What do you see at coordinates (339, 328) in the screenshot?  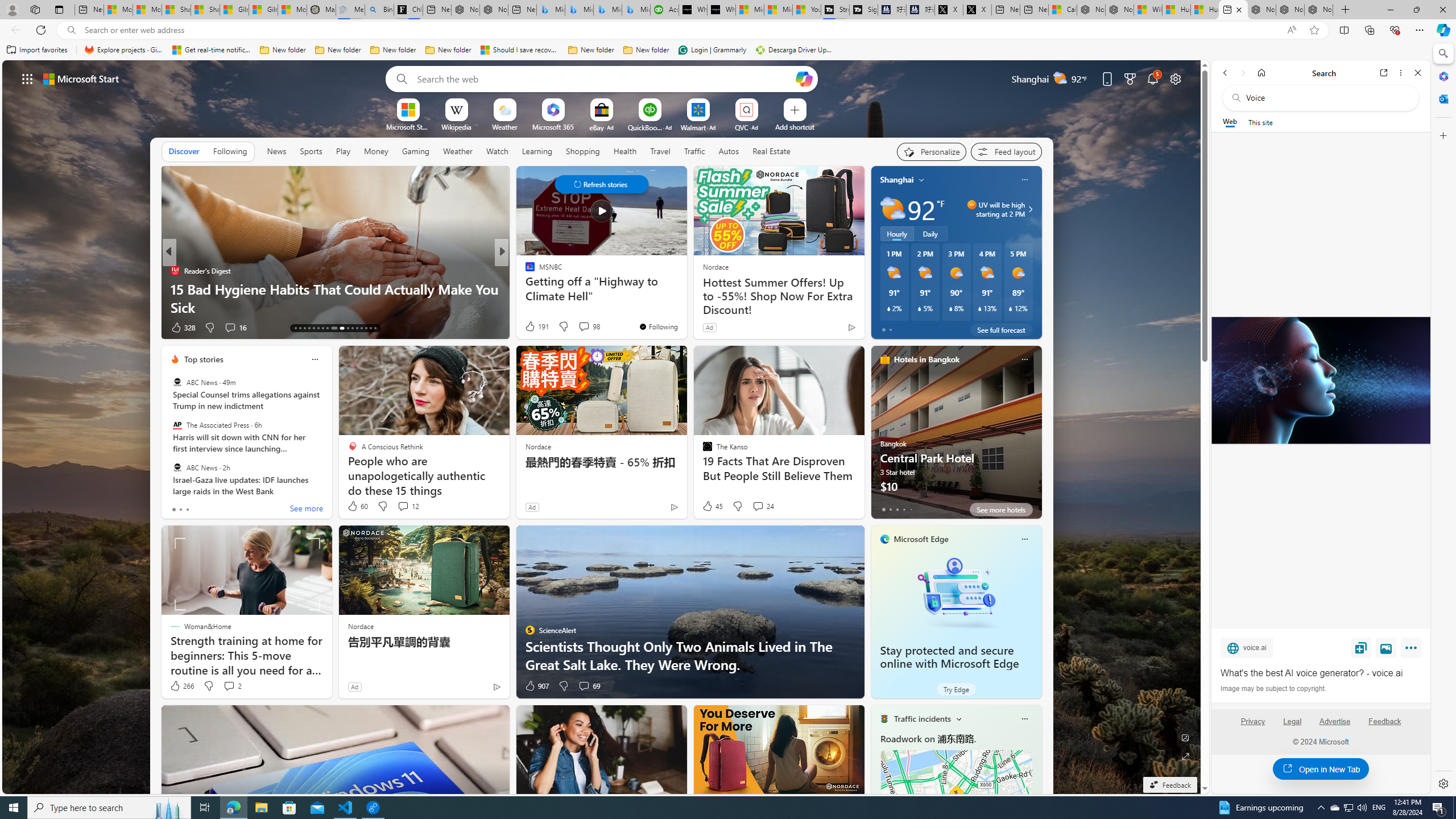 I see `'AutomationID: tab-22'` at bounding box center [339, 328].